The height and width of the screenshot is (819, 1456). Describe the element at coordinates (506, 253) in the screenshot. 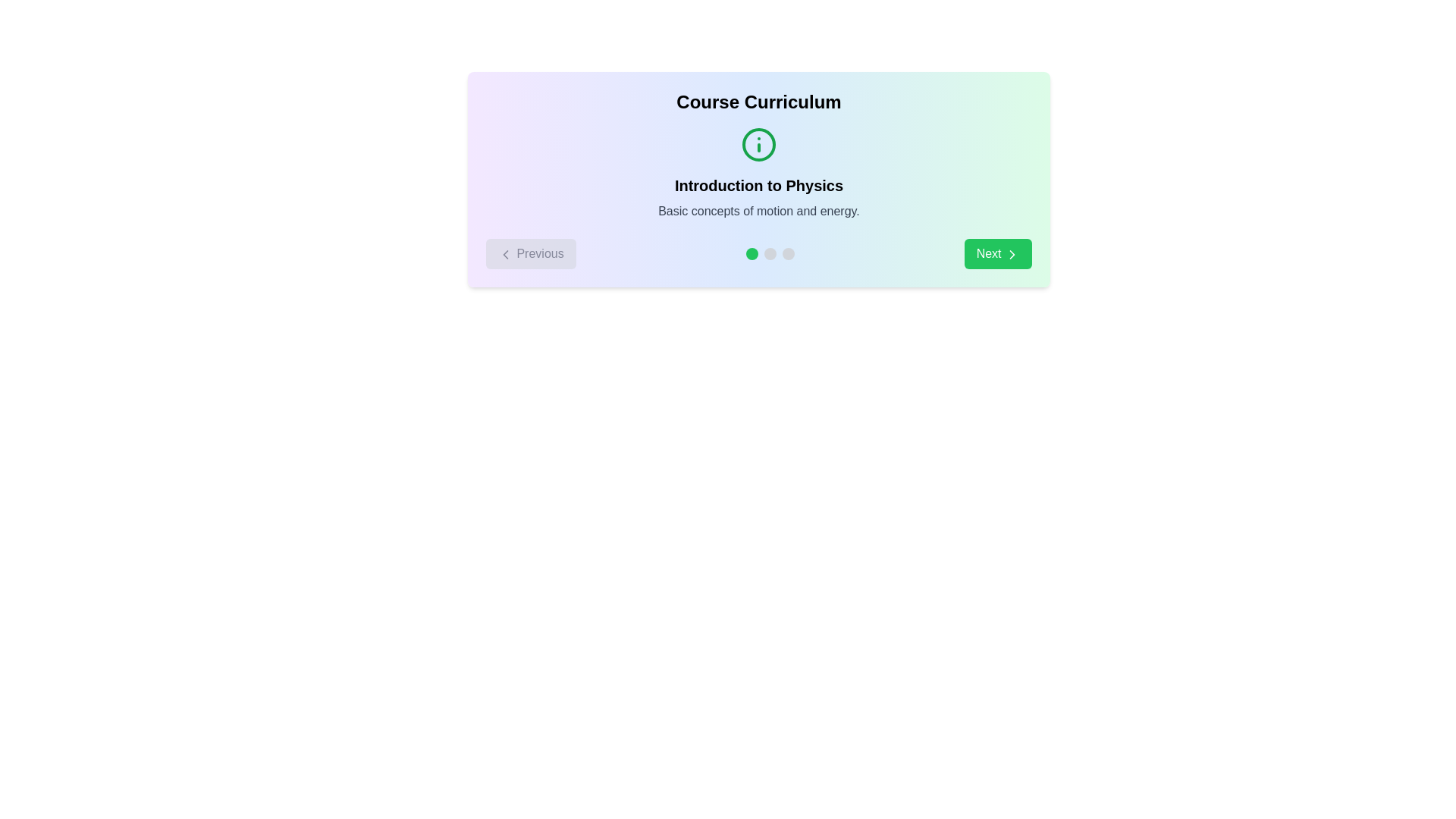

I see `the left-pointing arrow icon within the 'Previous' button` at that location.